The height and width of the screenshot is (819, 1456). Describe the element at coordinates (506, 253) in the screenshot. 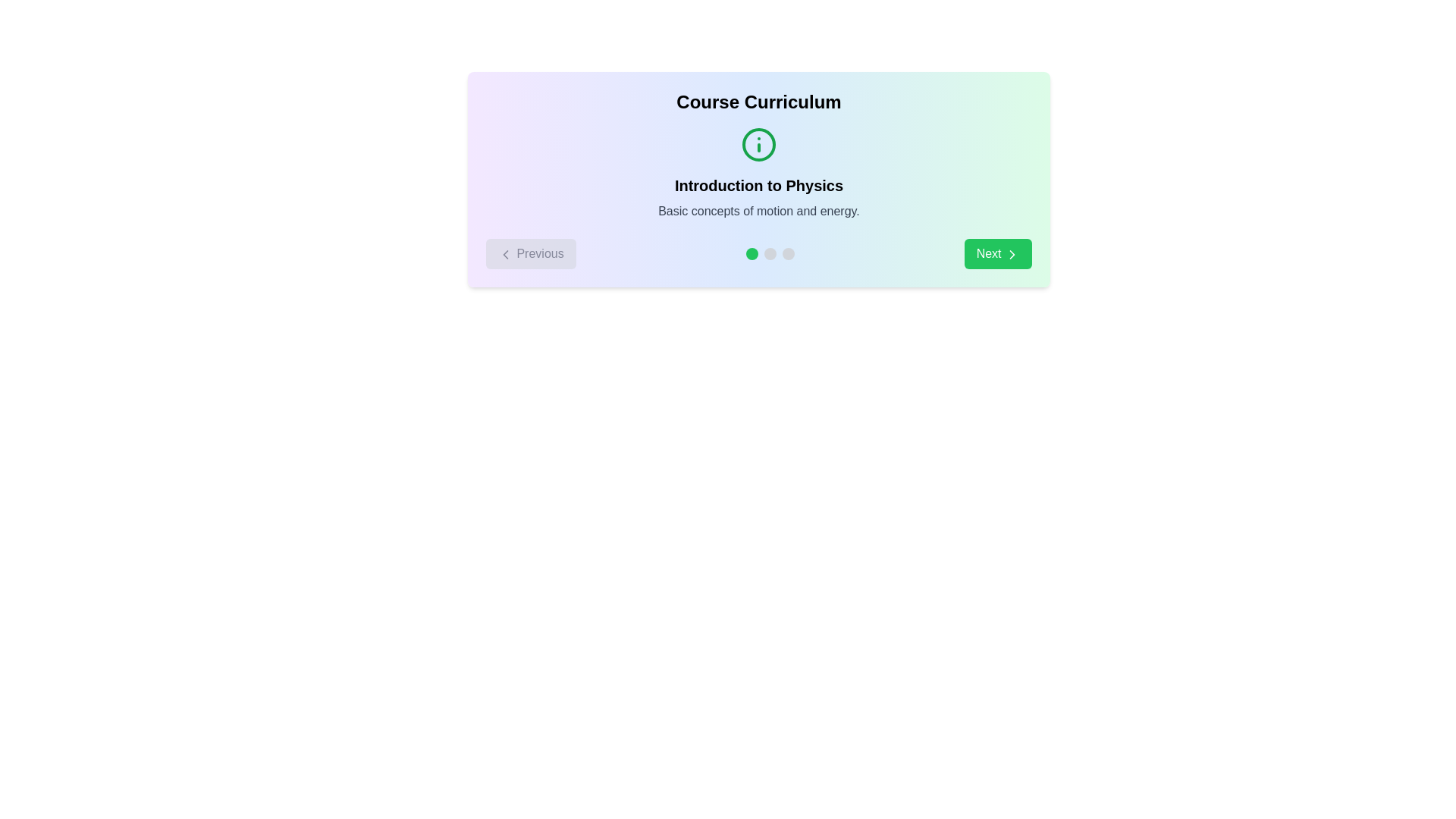

I see `the left-pointing arrow icon within the 'Previous' button` at that location.